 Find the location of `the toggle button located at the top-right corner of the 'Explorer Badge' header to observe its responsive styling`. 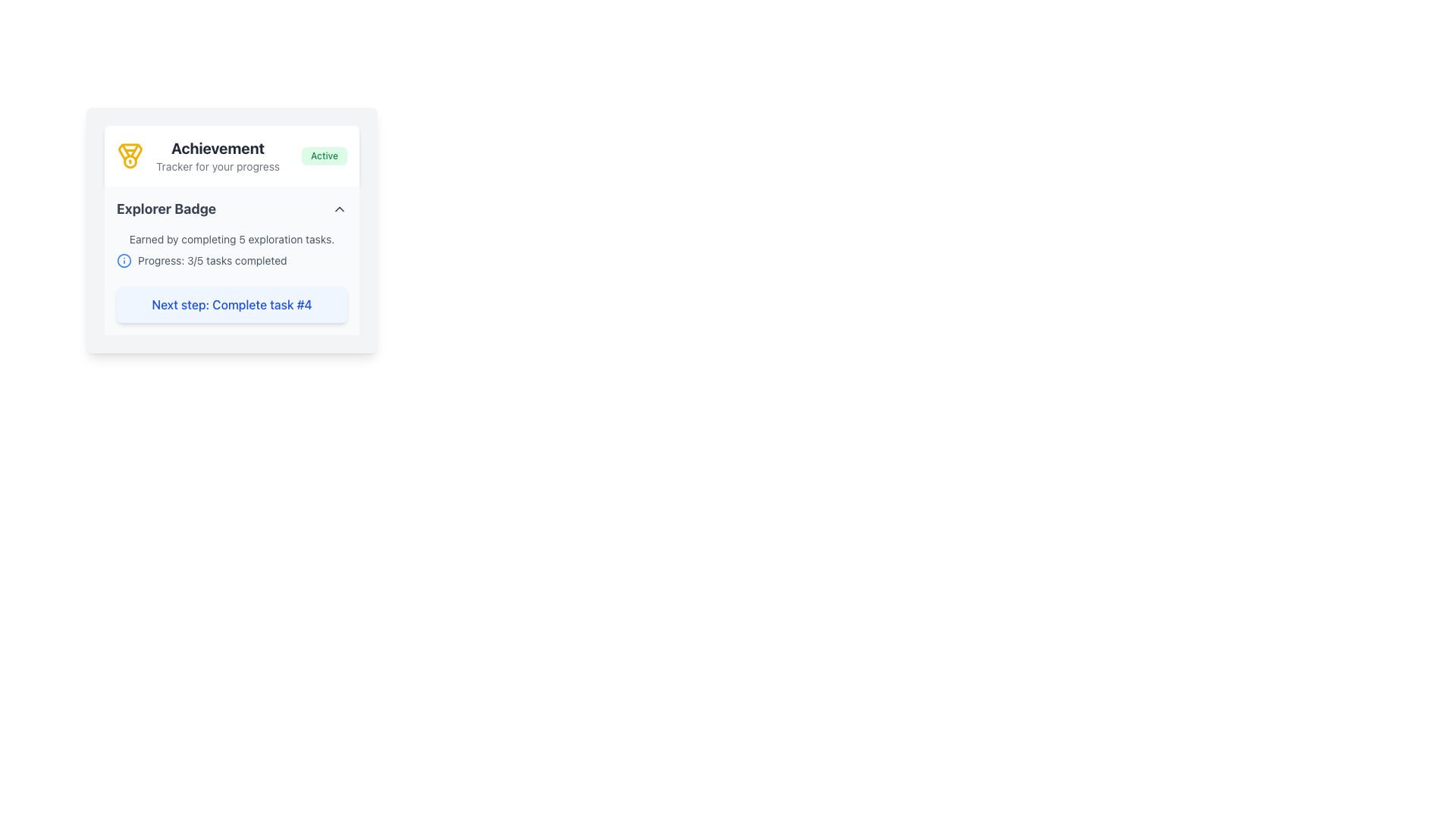

the toggle button located at the top-right corner of the 'Explorer Badge' header to observe its responsive styling is located at coordinates (338, 209).